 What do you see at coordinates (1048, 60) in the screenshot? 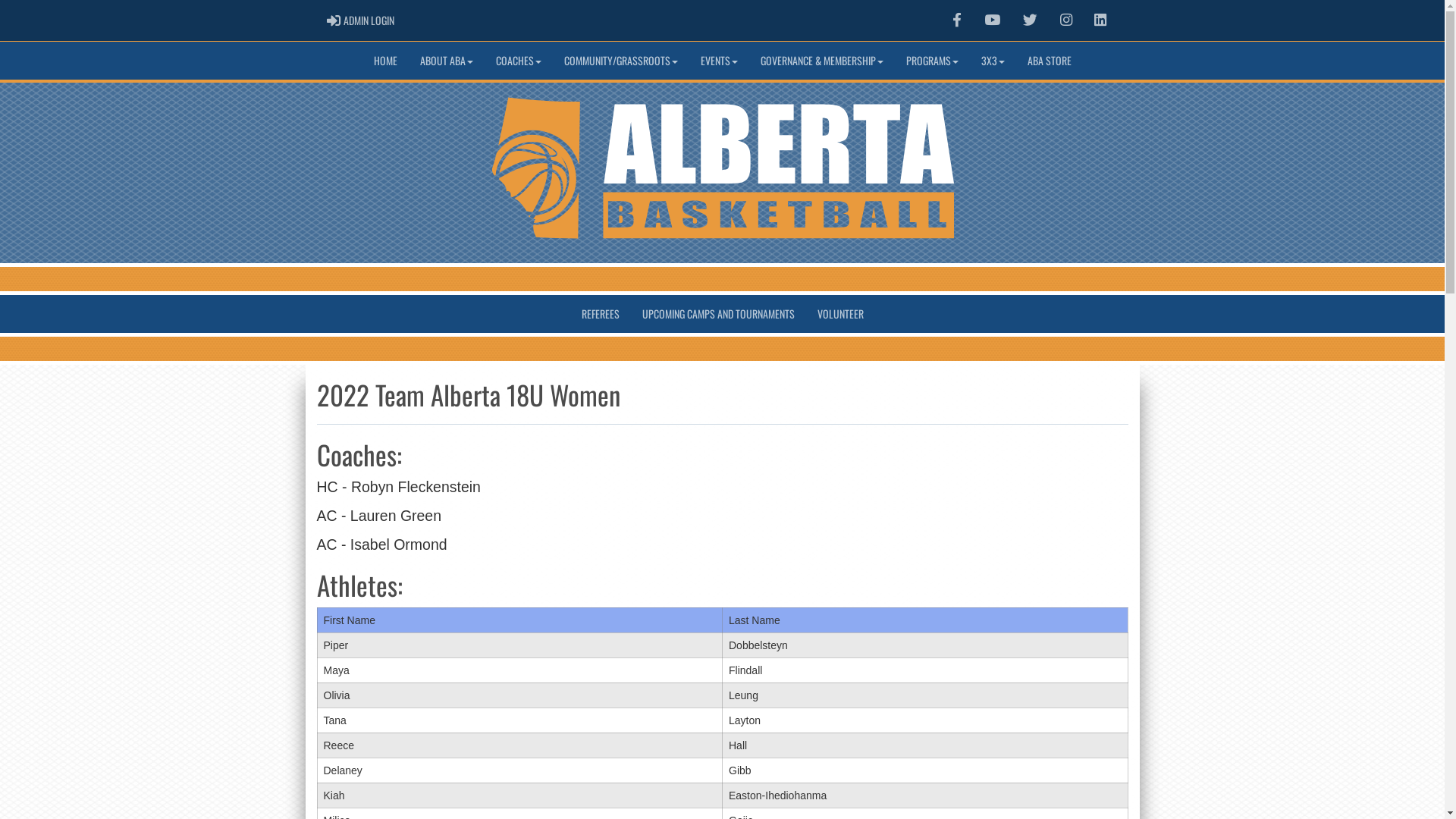
I see `'ABA STORE'` at bounding box center [1048, 60].